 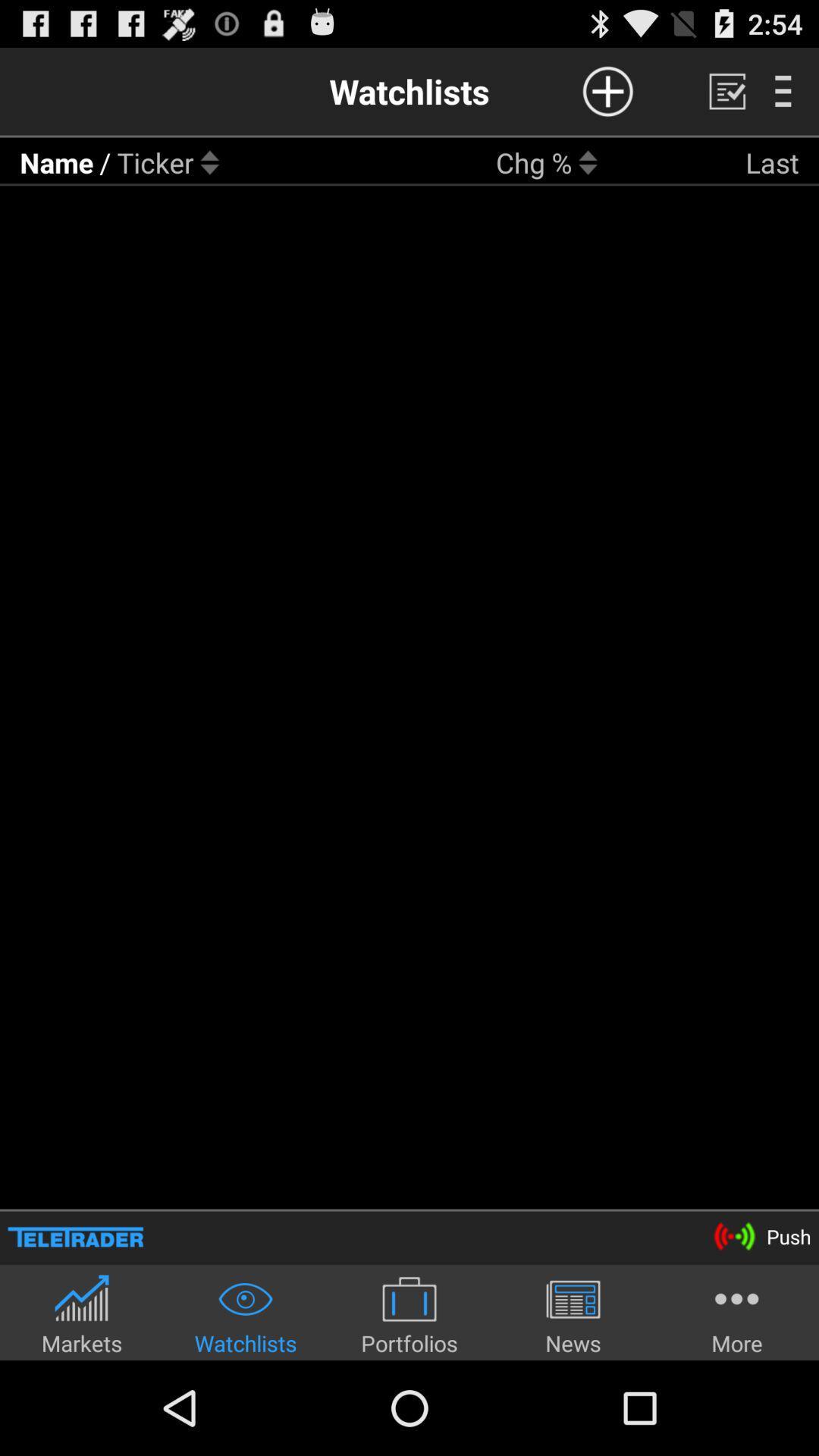 What do you see at coordinates (736, 1313) in the screenshot?
I see `the more` at bounding box center [736, 1313].